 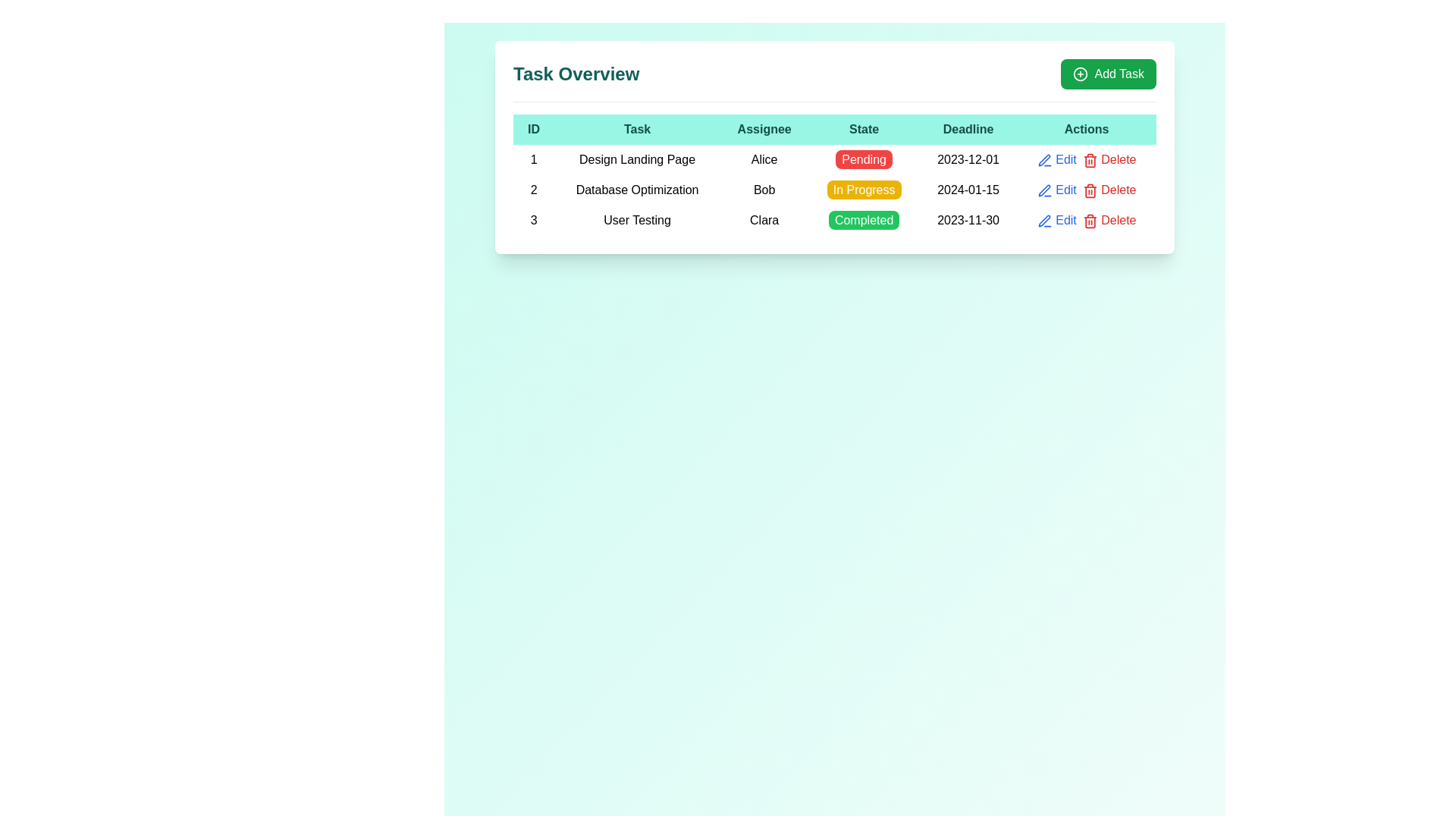 What do you see at coordinates (1056, 160) in the screenshot?
I see `the edit link in the 'Actions' column of the table for the task 'Design Landing Page'` at bounding box center [1056, 160].